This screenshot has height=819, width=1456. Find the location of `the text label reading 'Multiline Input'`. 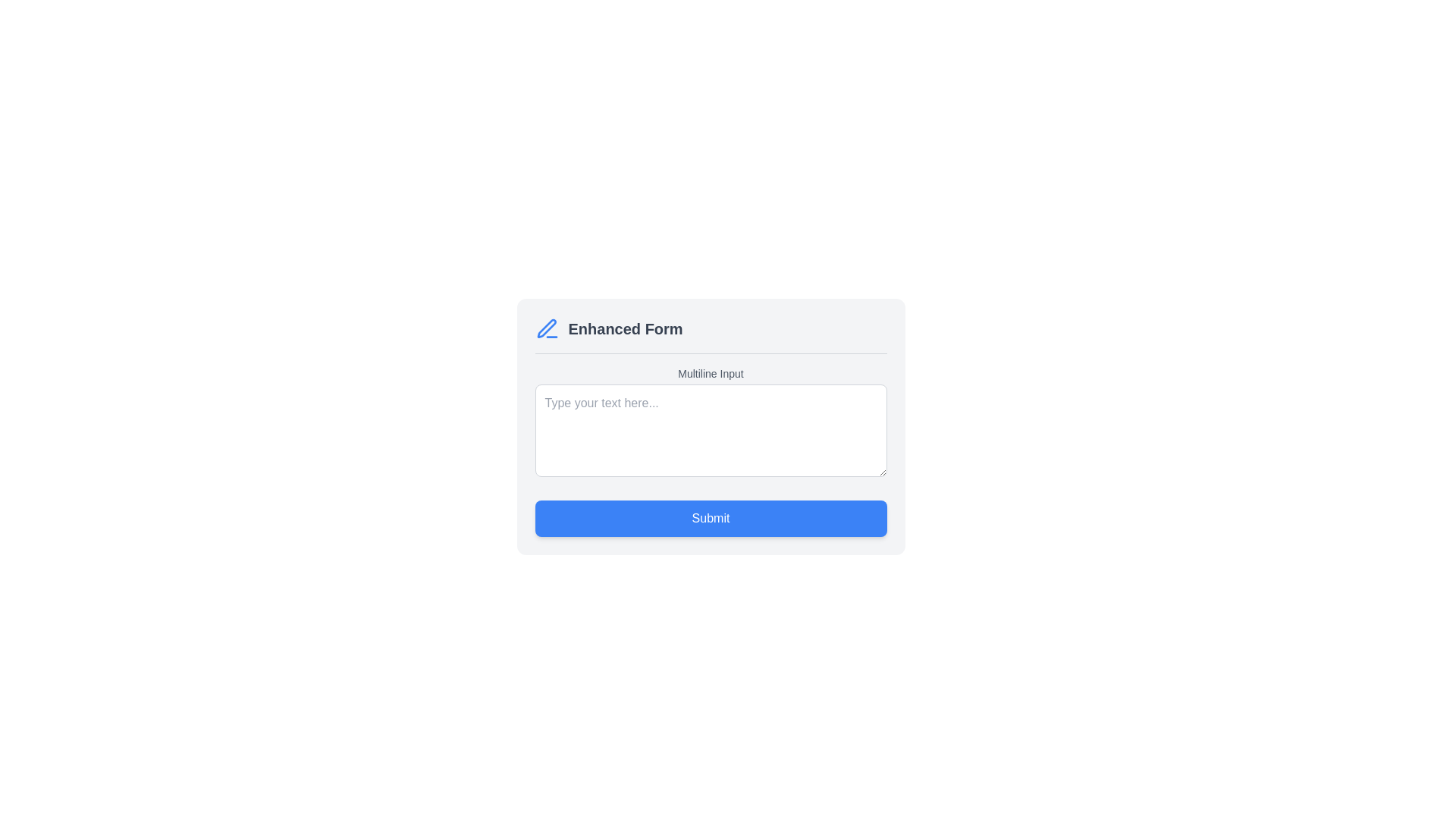

the text label reading 'Multiline Input' is located at coordinates (710, 374).